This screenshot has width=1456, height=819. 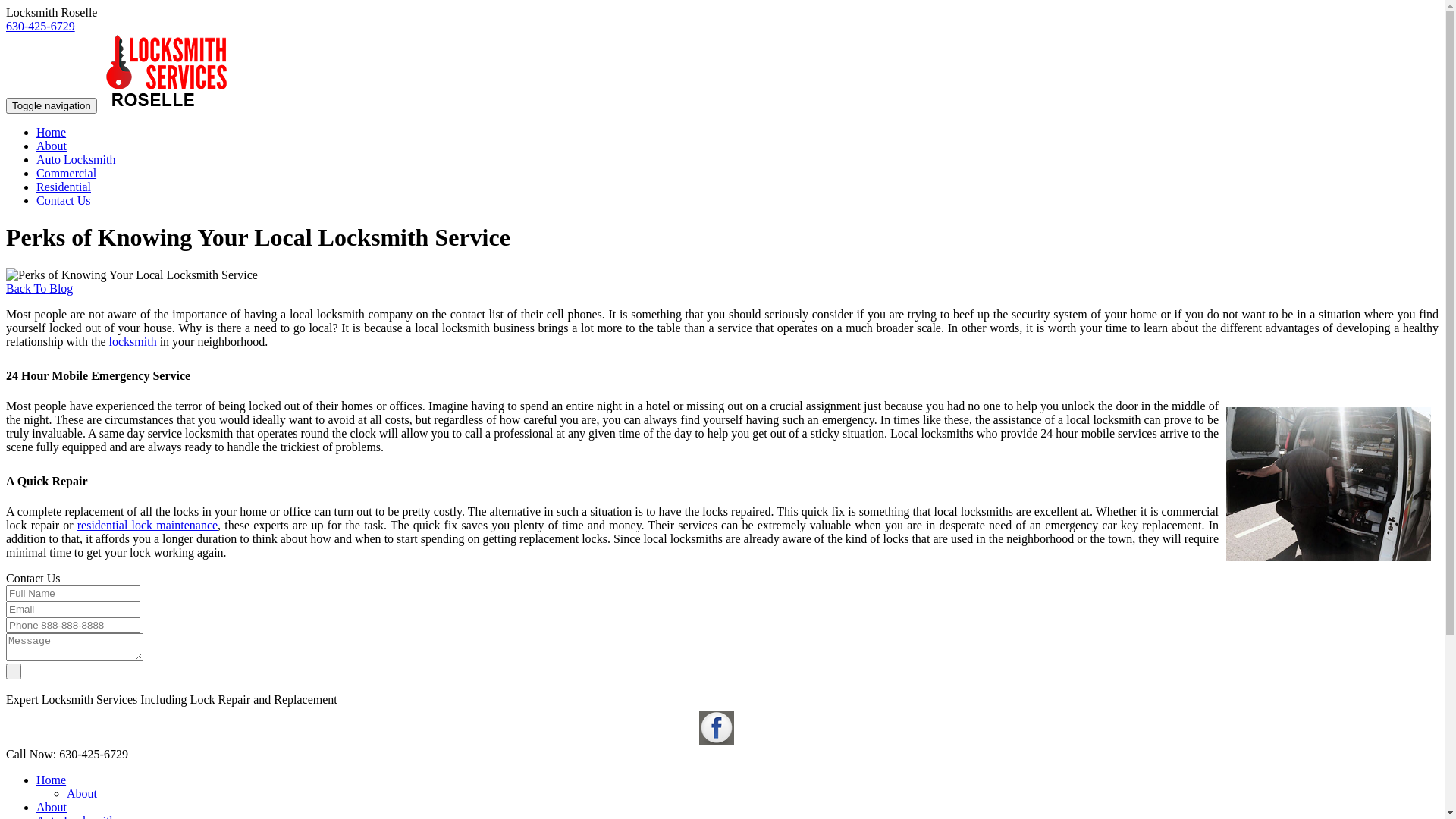 What do you see at coordinates (1328, 484) in the screenshot?
I see `'Perks of Knowing Your Local Locksmith Service'` at bounding box center [1328, 484].